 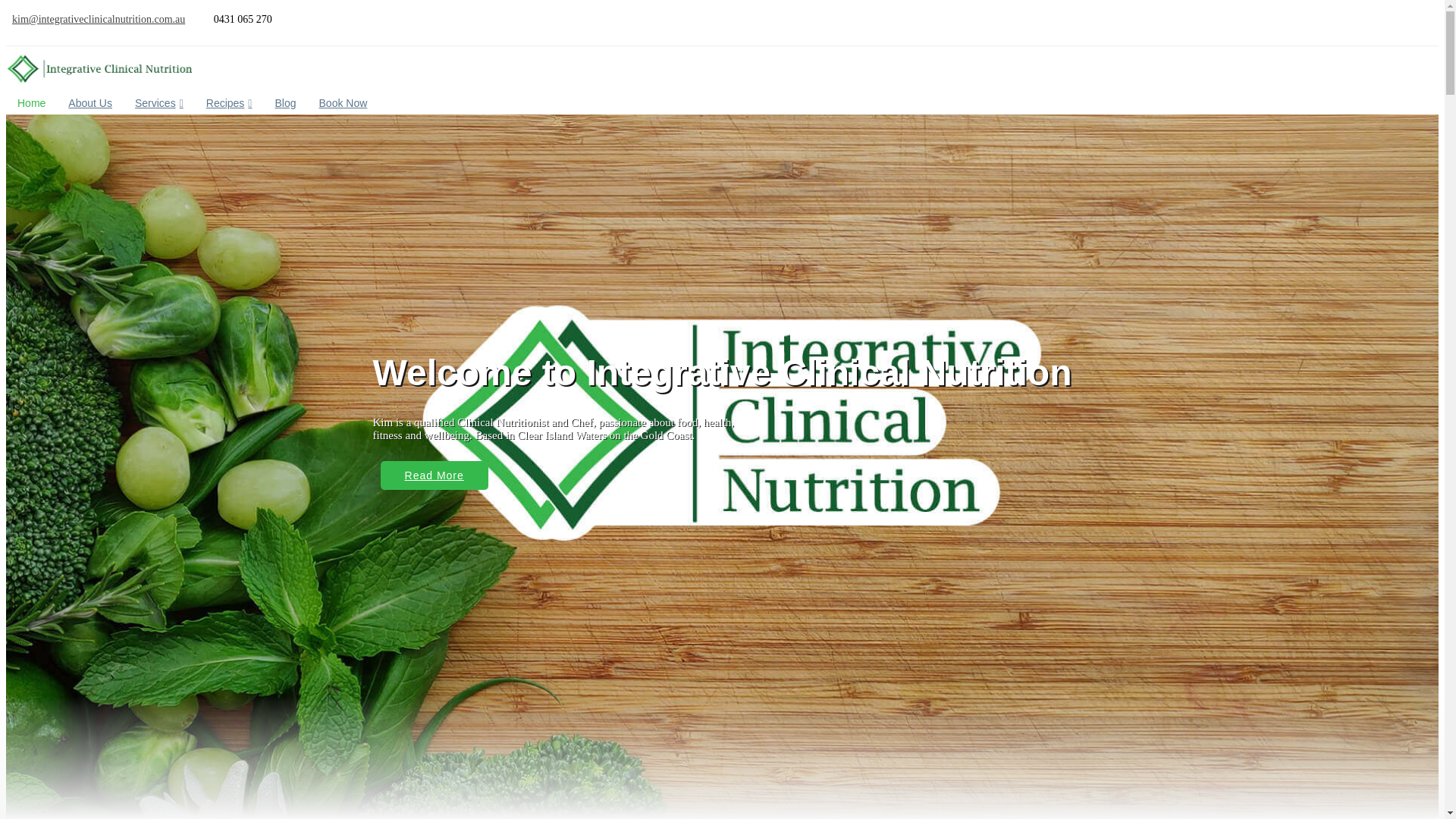 What do you see at coordinates (31, 103) in the screenshot?
I see `'Home'` at bounding box center [31, 103].